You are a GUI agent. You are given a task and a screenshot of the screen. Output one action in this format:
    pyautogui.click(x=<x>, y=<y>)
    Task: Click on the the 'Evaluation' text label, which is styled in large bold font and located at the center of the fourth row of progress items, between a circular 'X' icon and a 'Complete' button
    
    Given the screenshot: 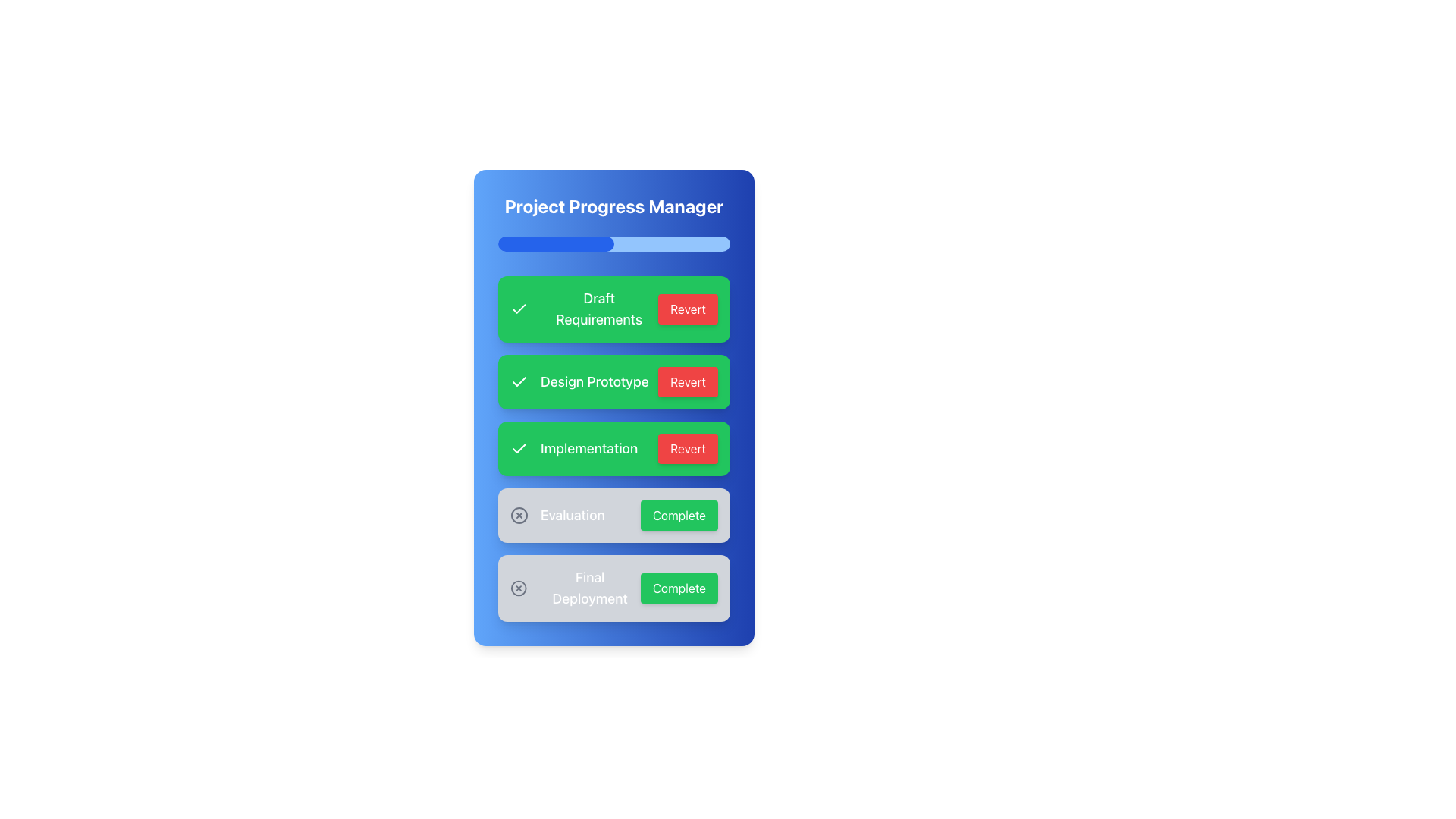 What is the action you would take?
    pyautogui.click(x=572, y=514)
    